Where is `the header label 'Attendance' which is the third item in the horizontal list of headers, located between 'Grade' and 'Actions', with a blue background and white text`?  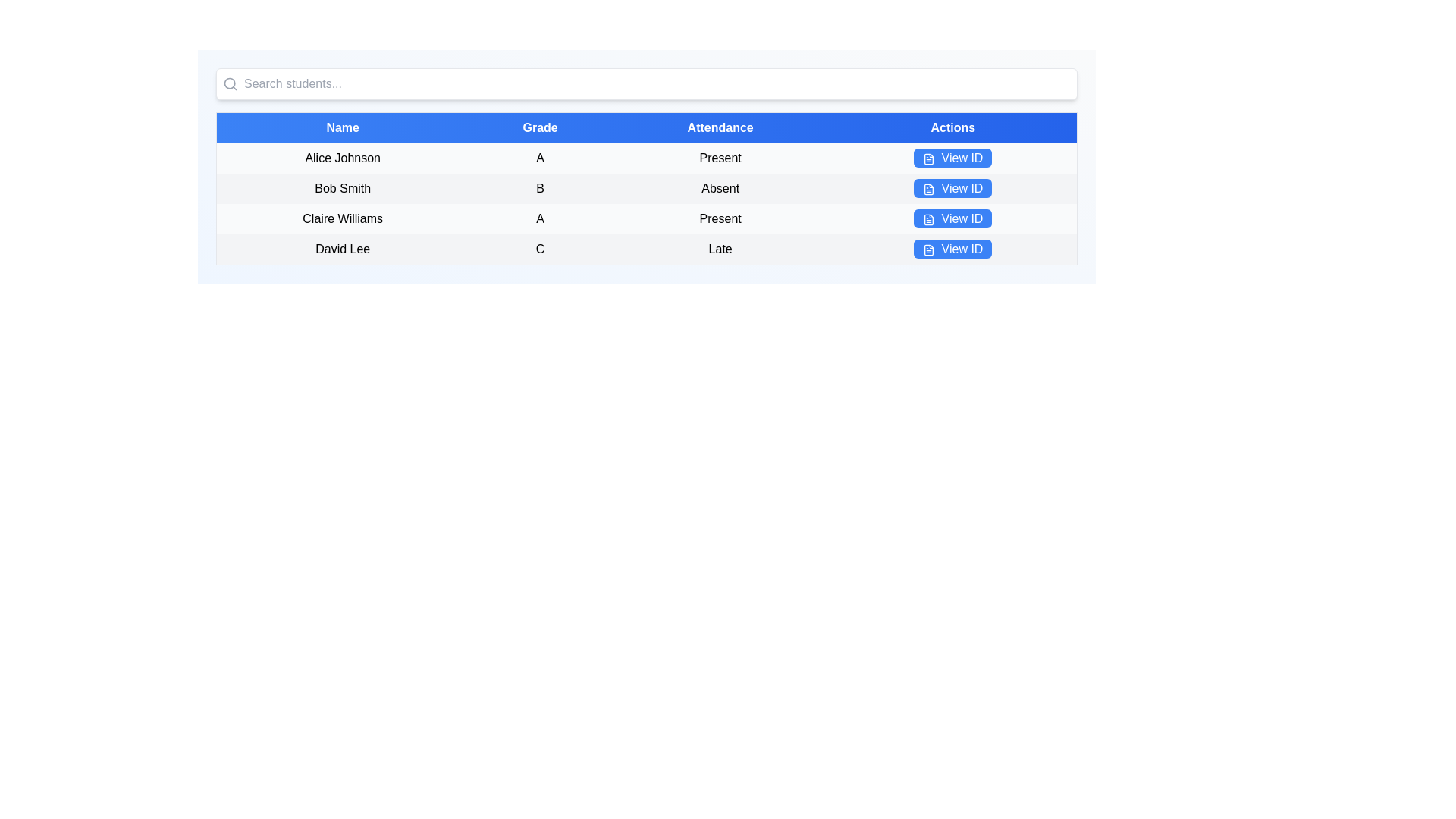
the header label 'Attendance' which is the third item in the horizontal list of headers, located between 'Grade' and 'Actions', with a blue background and white text is located at coordinates (720, 127).